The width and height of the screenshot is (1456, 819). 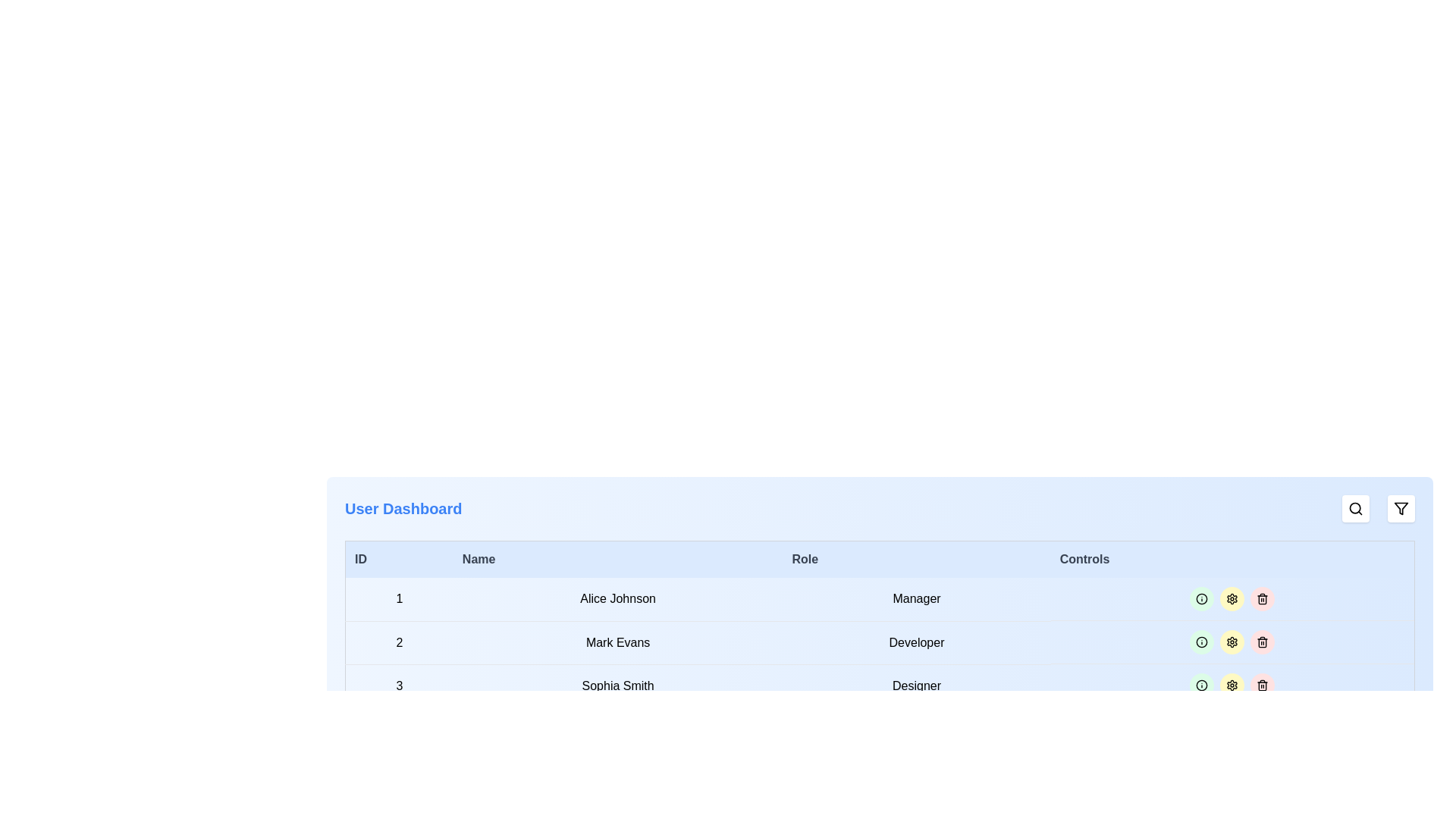 What do you see at coordinates (880, 642) in the screenshot?
I see `the second table row containing 'Mark Evans'` at bounding box center [880, 642].